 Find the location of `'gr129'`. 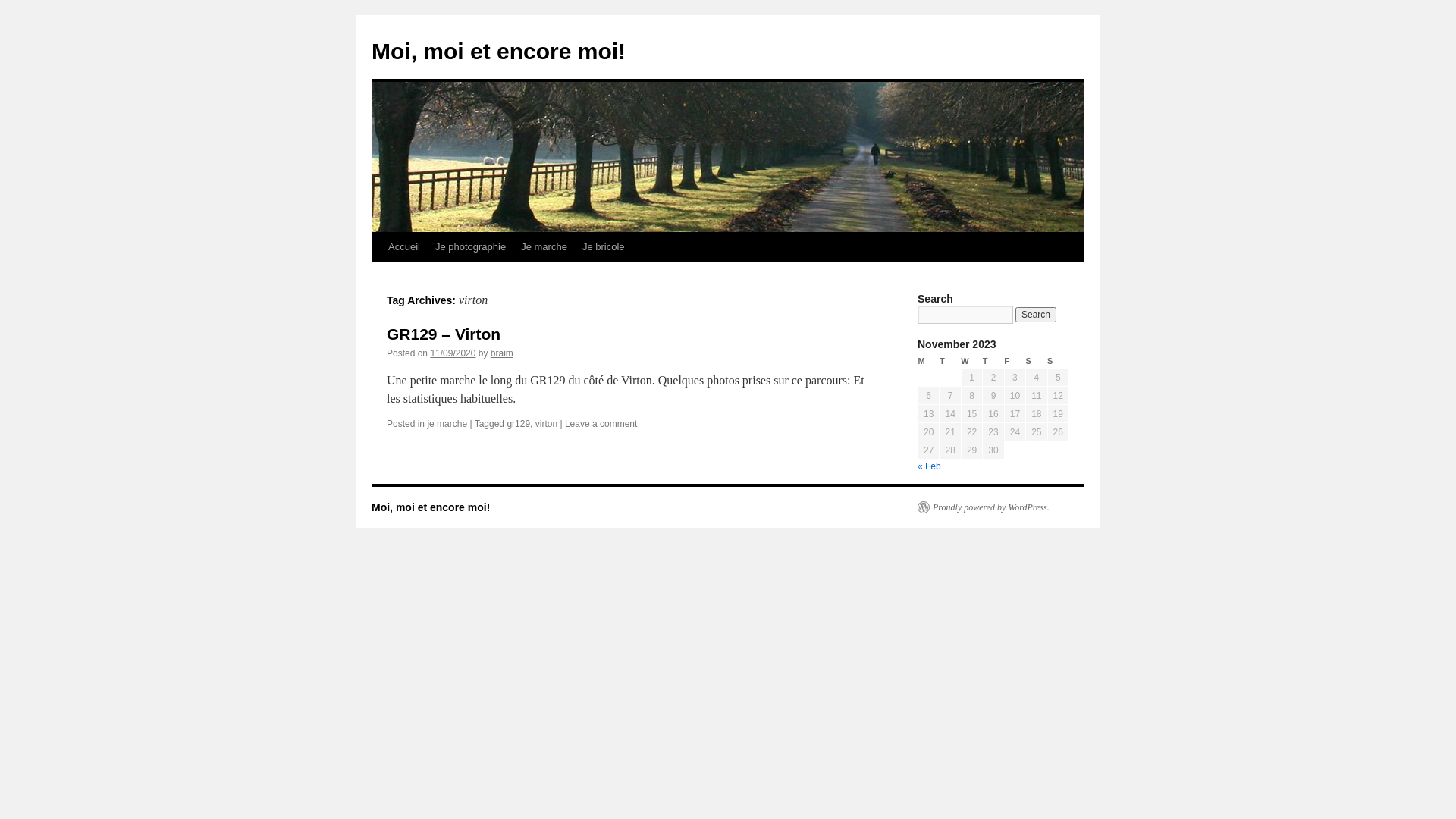

'gr129' is located at coordinates (518, 424).